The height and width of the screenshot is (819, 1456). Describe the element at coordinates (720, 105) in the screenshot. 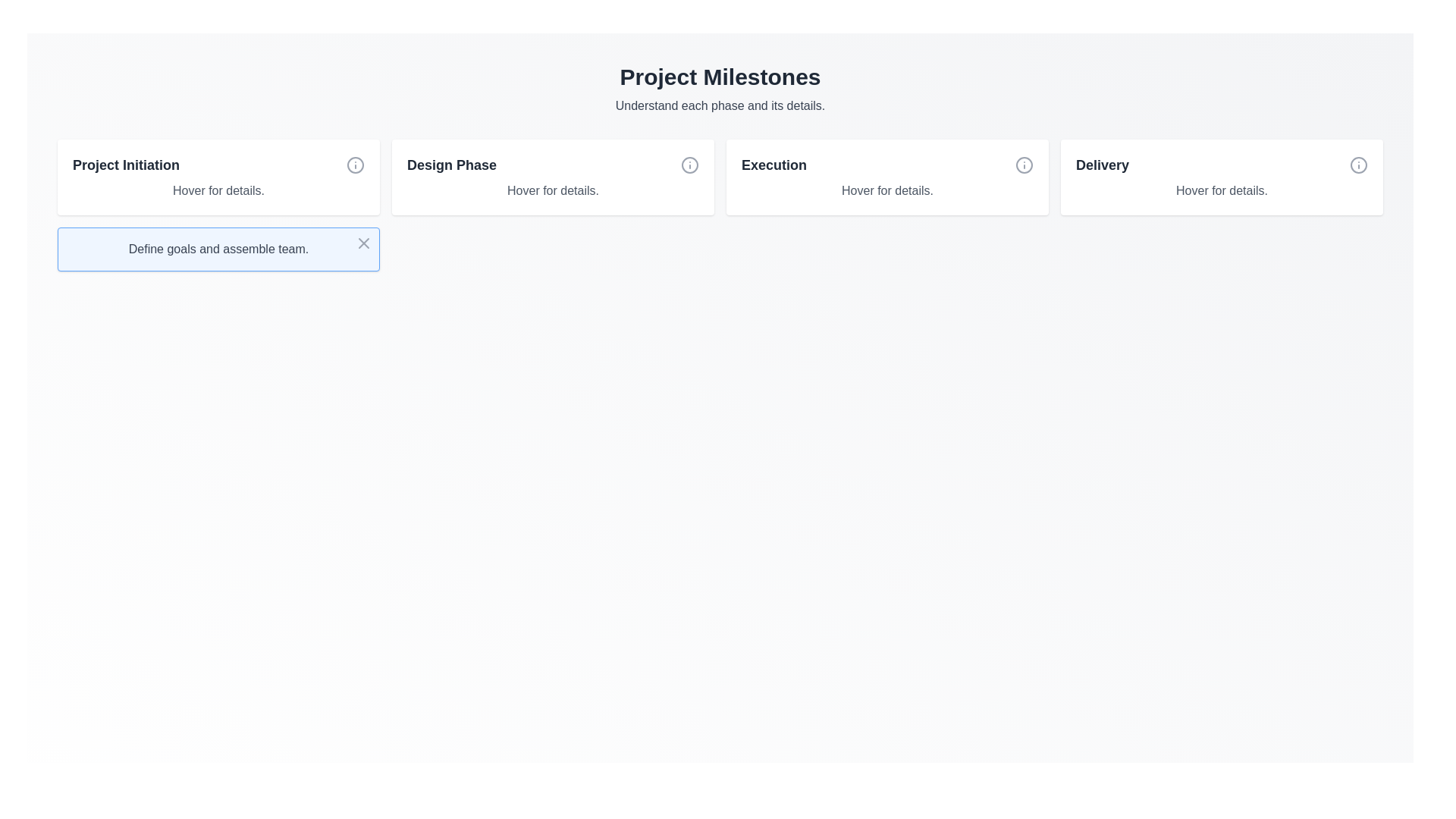

I see `the supporting text label that provides guidance related to the 'Project Milestones' header, located directly beneath it and centered horizontally` at that location.